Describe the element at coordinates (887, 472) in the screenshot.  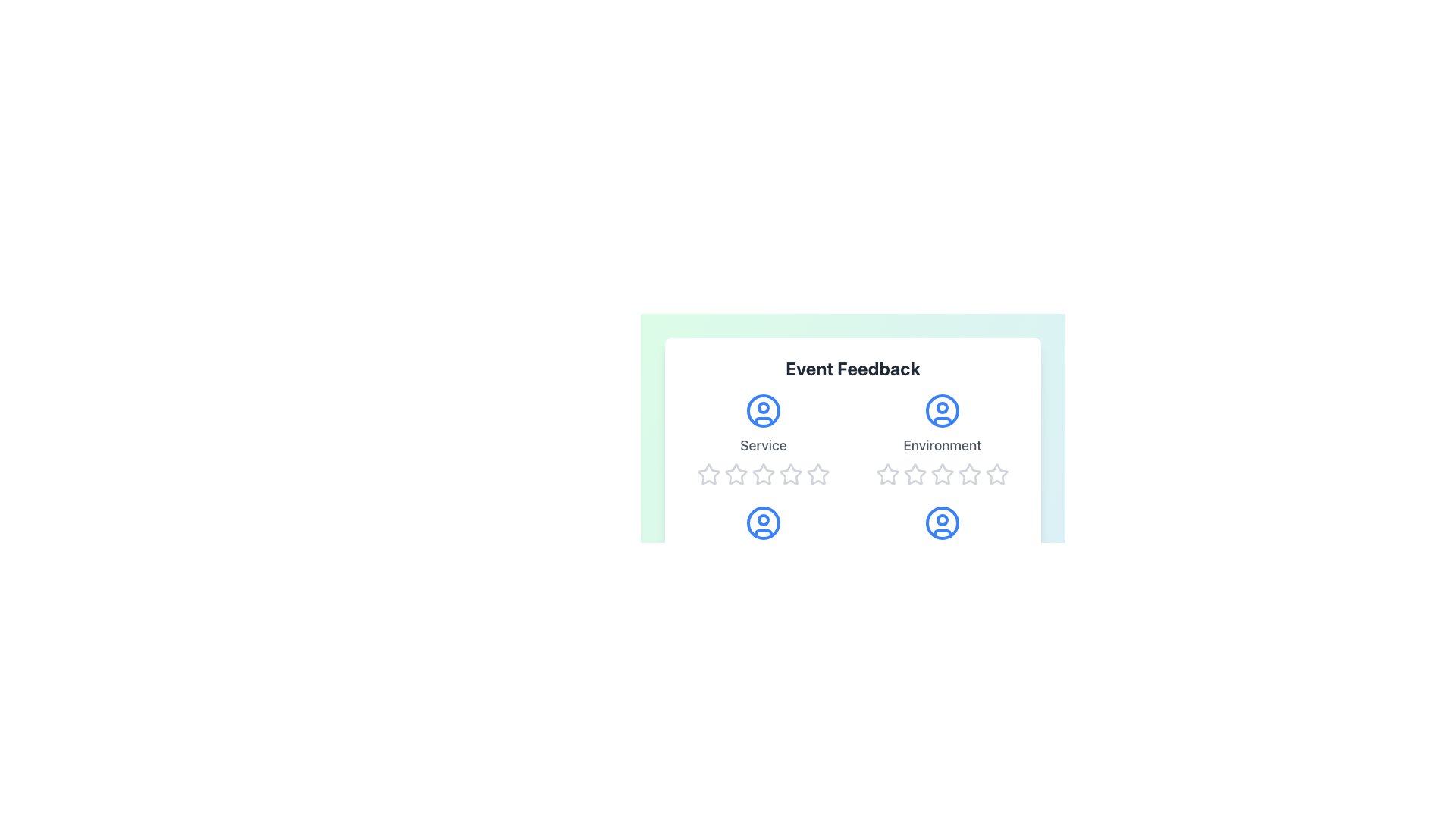
I see `the second star icon in the rating system for the 'Environment' category to indicate satisfaction` at that location.